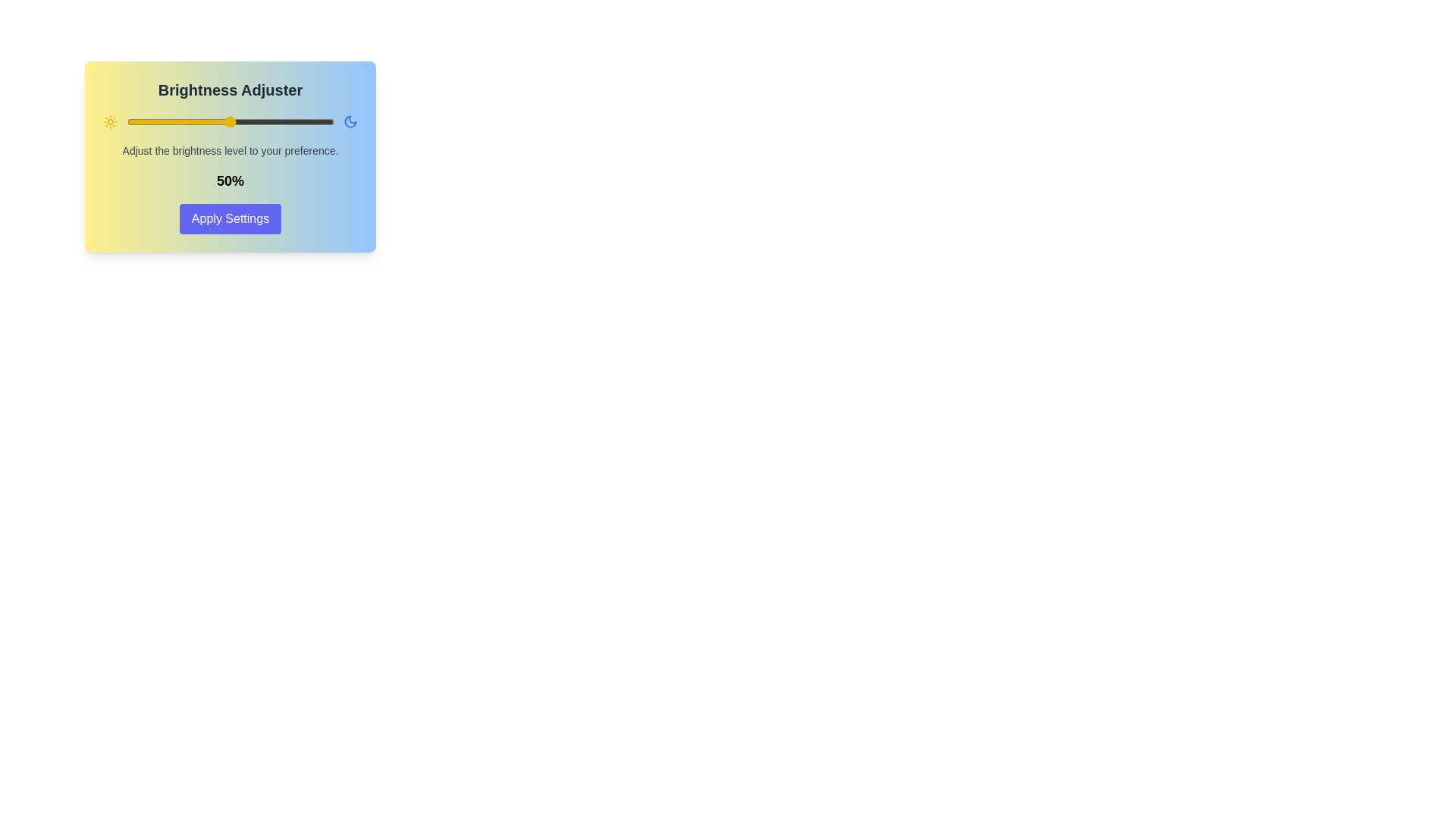  What do you see at coordinates (308, 121) in the screenshot?
I see `the brightness slider to 88%` at bounding box center [308, 121].